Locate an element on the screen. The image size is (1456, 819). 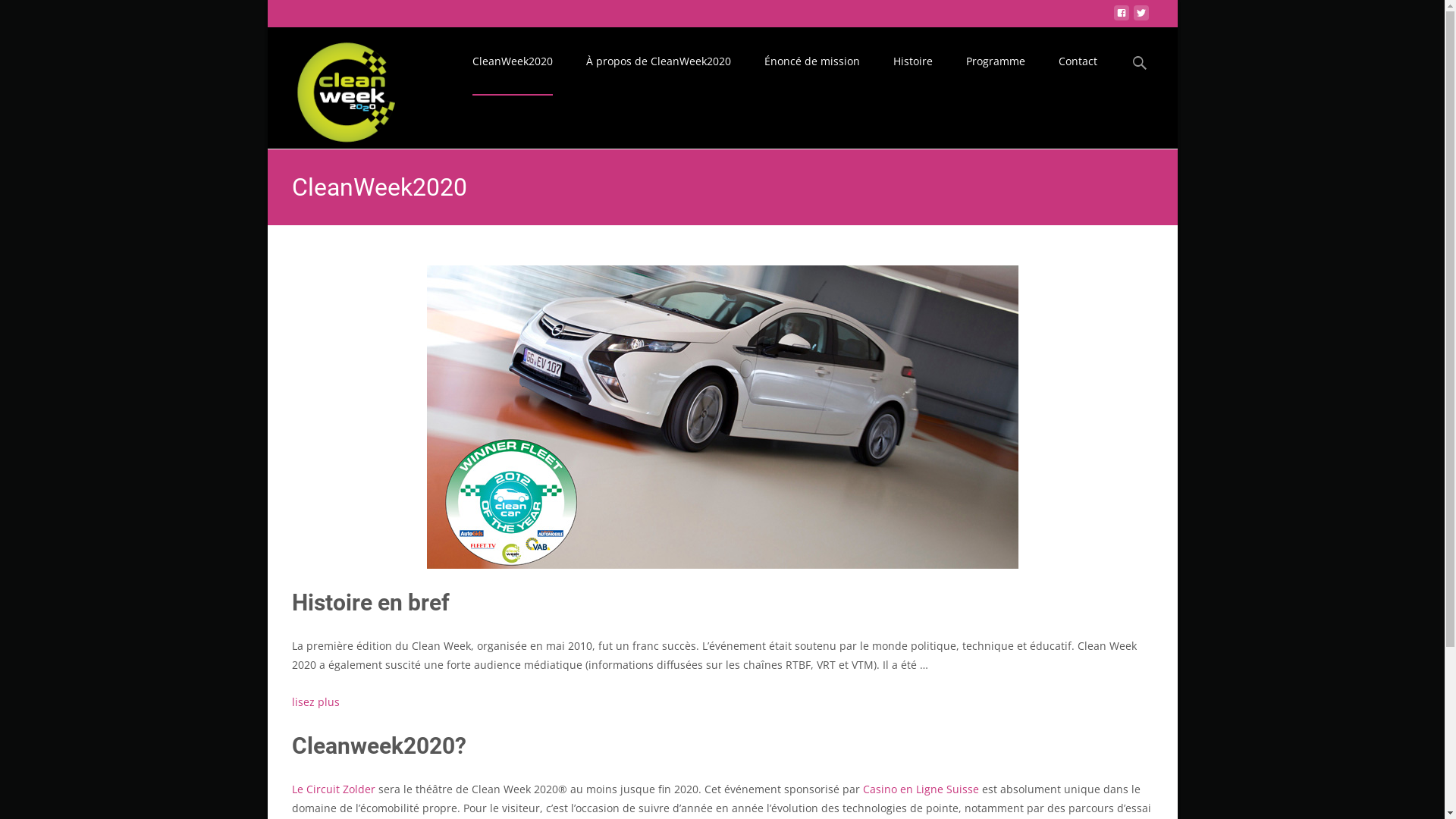
'CleanWeek2020' is located at coordinates (512, 61).